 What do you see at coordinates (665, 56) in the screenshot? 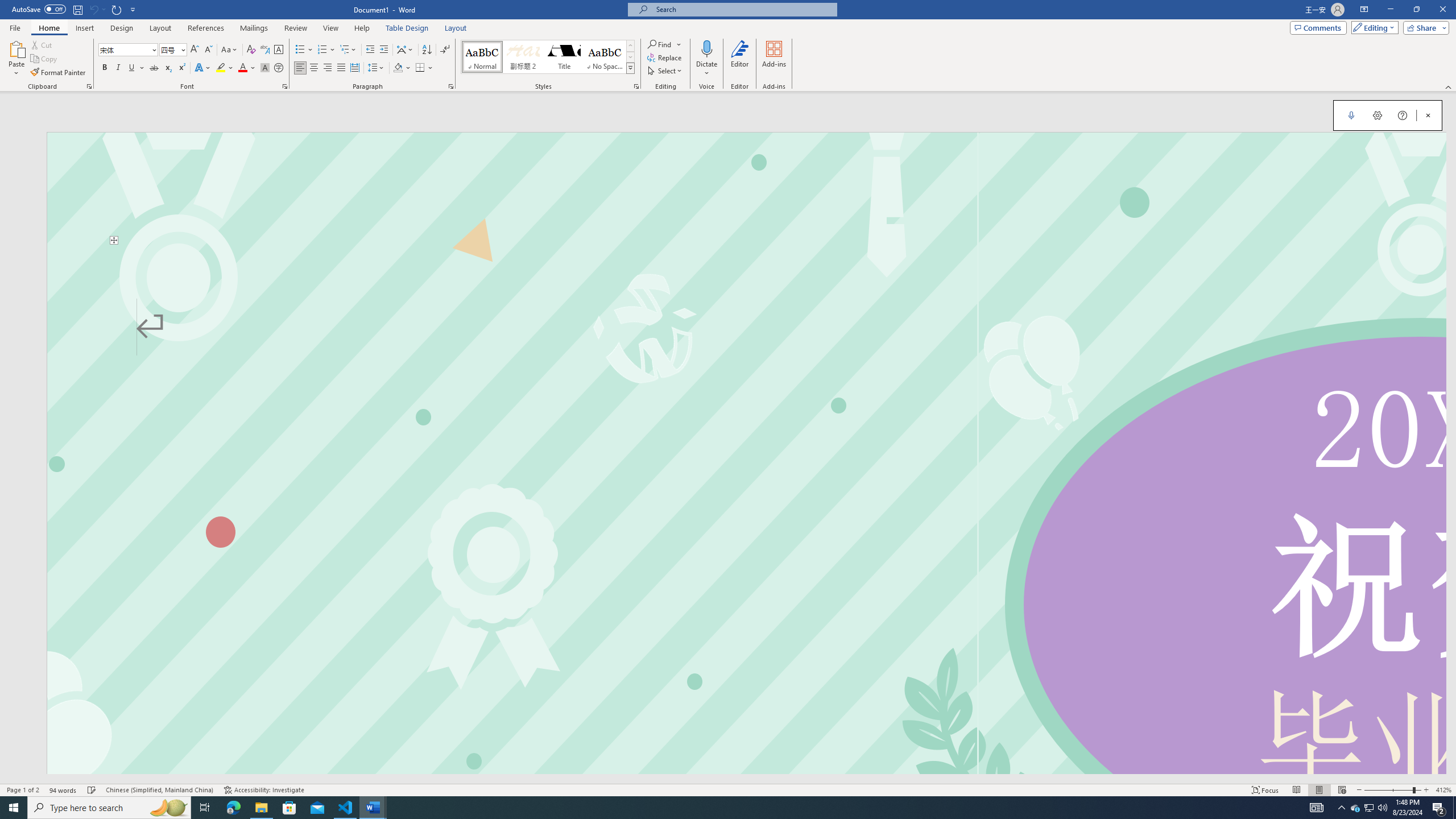
I see `'Replace...'` at bounding box center [665, 56].